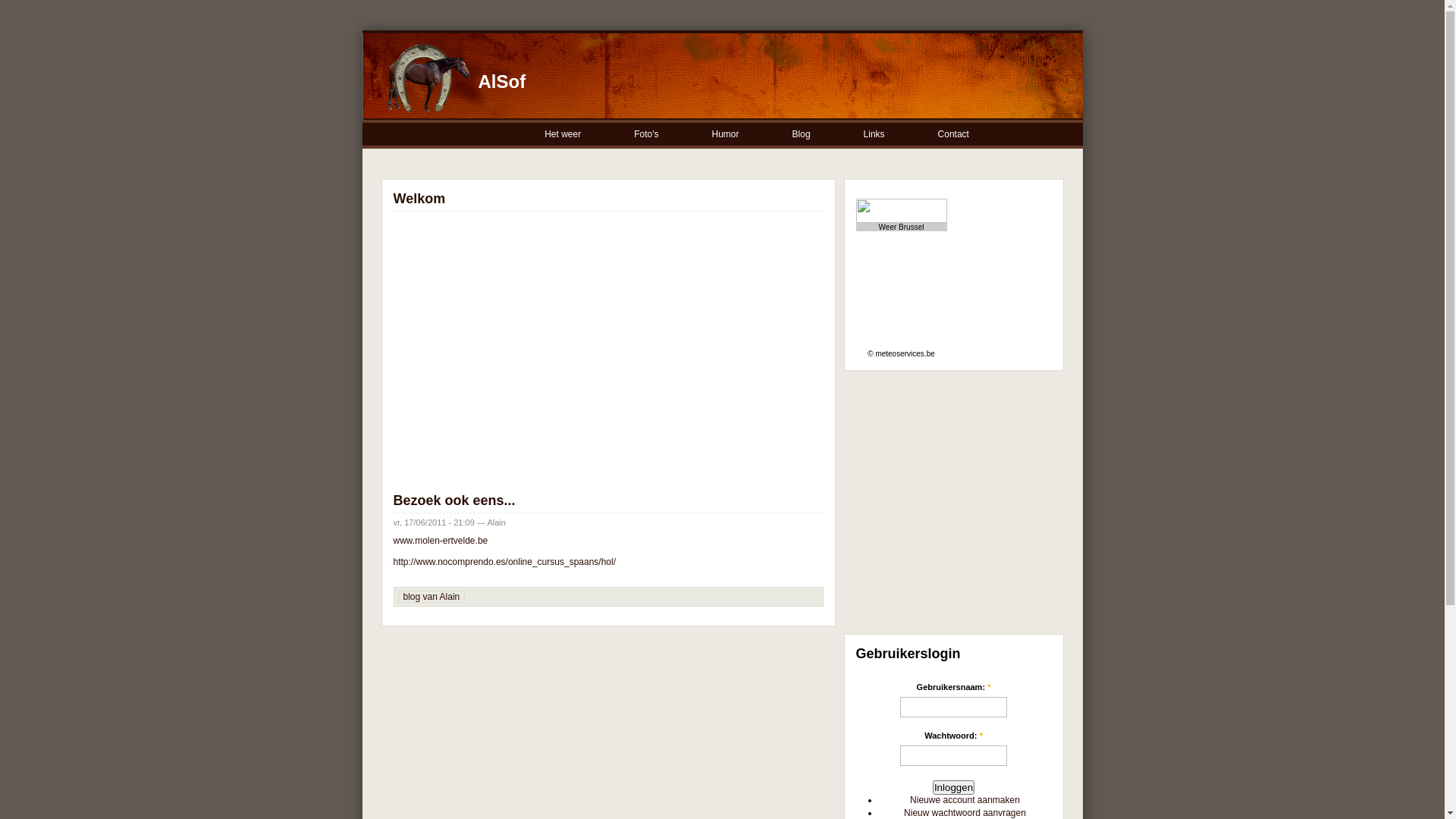 The height and width of the screenshot is (819, 1456). What do you see at coordinates (952, 786) in the screenshot?
I see `'Inloggen'` at bounding box center [952, 786].